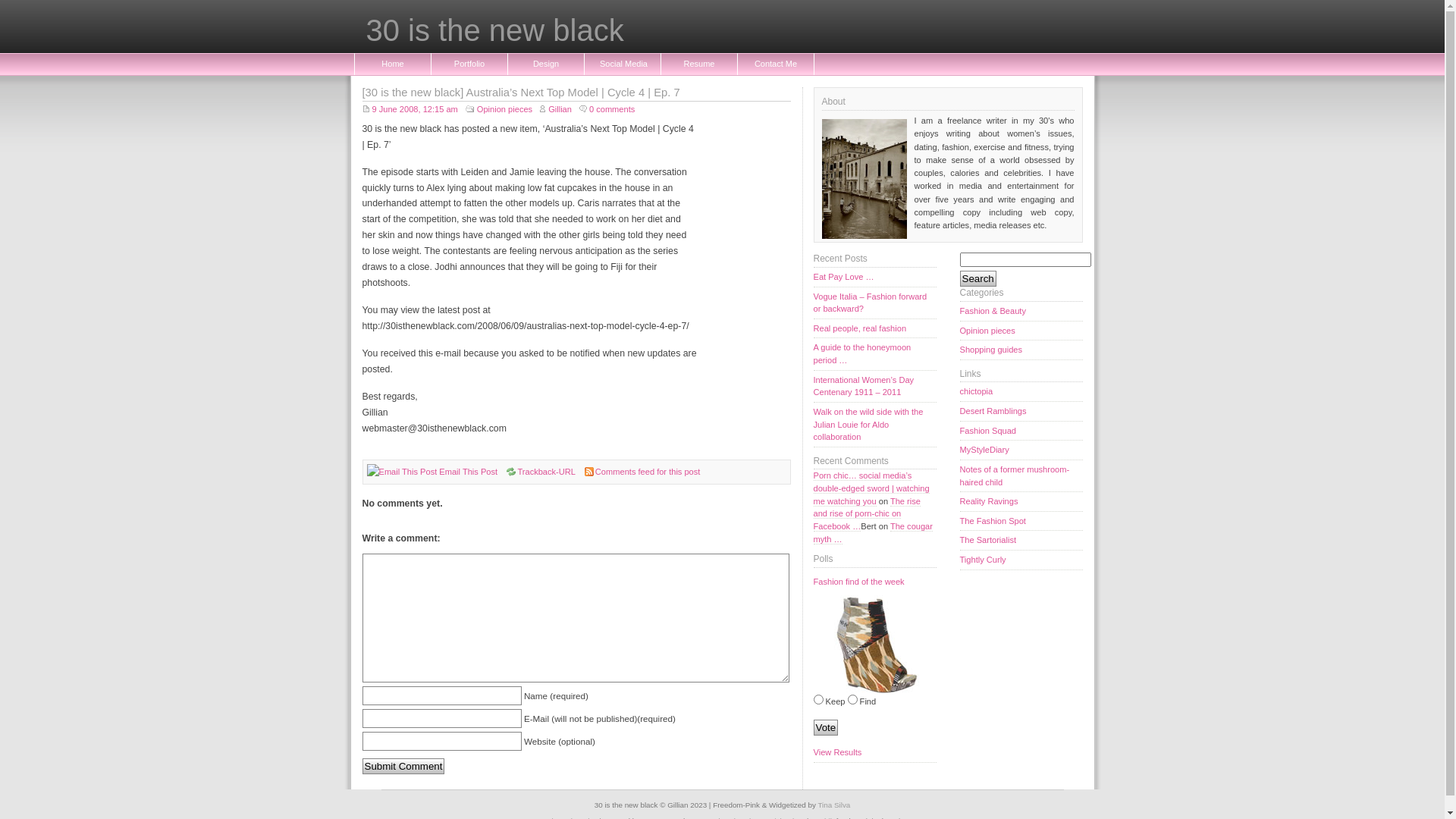 This screenshot has height=819, width=1456. What do you see at coordinates (698, 63) in the screenshot?
I see `'Resume'` at bounding box center [698, 63].